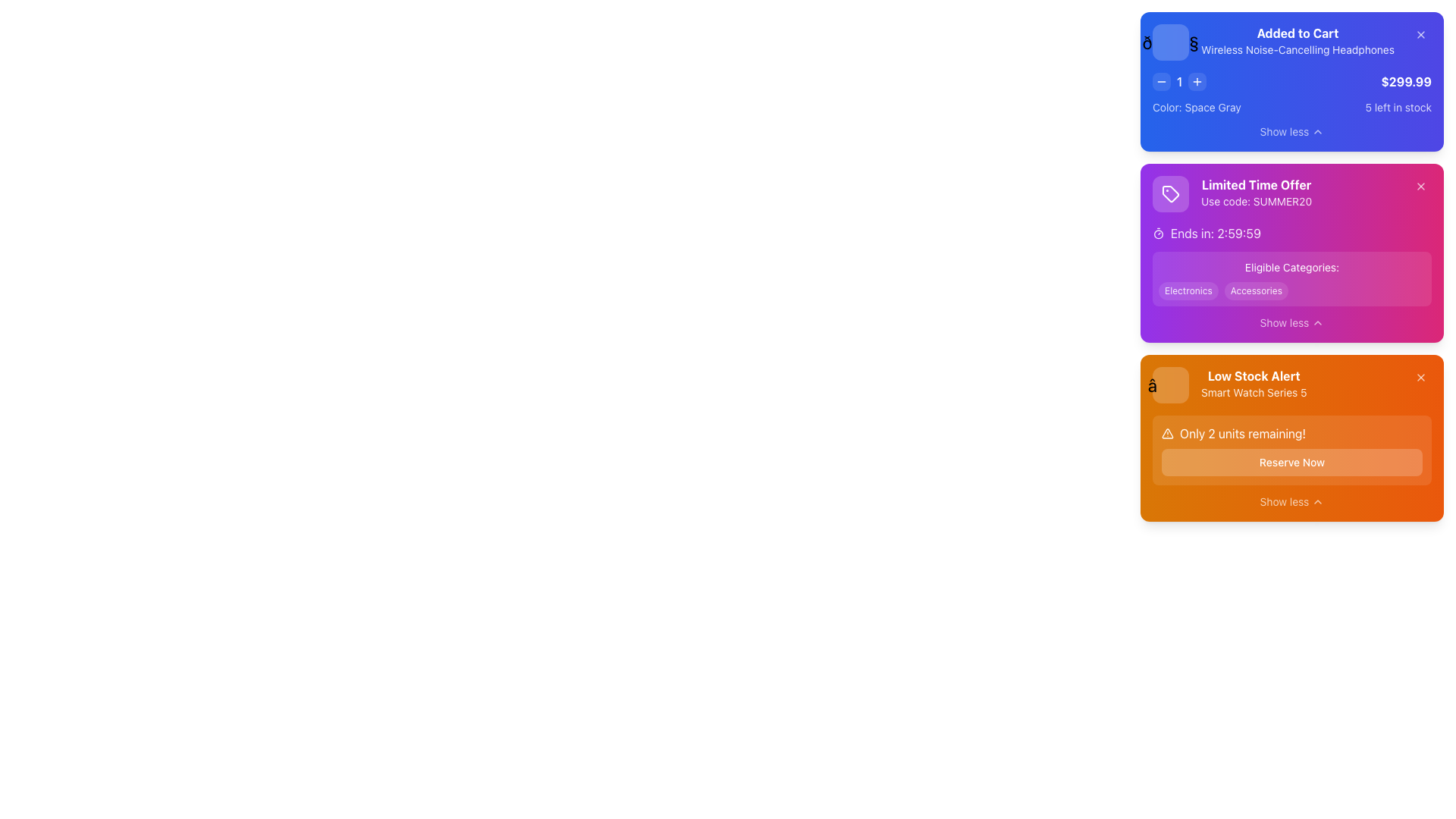 This screenshot has height=819, width=1456. What do you see at coordinates (1170, 193) in the screenshot?
I see `the Icon button located within the 'Limited Time Offer' section, which features a tag-shaped icon with a transparent white background and rounded corners` at bounding box center [1170, 193].